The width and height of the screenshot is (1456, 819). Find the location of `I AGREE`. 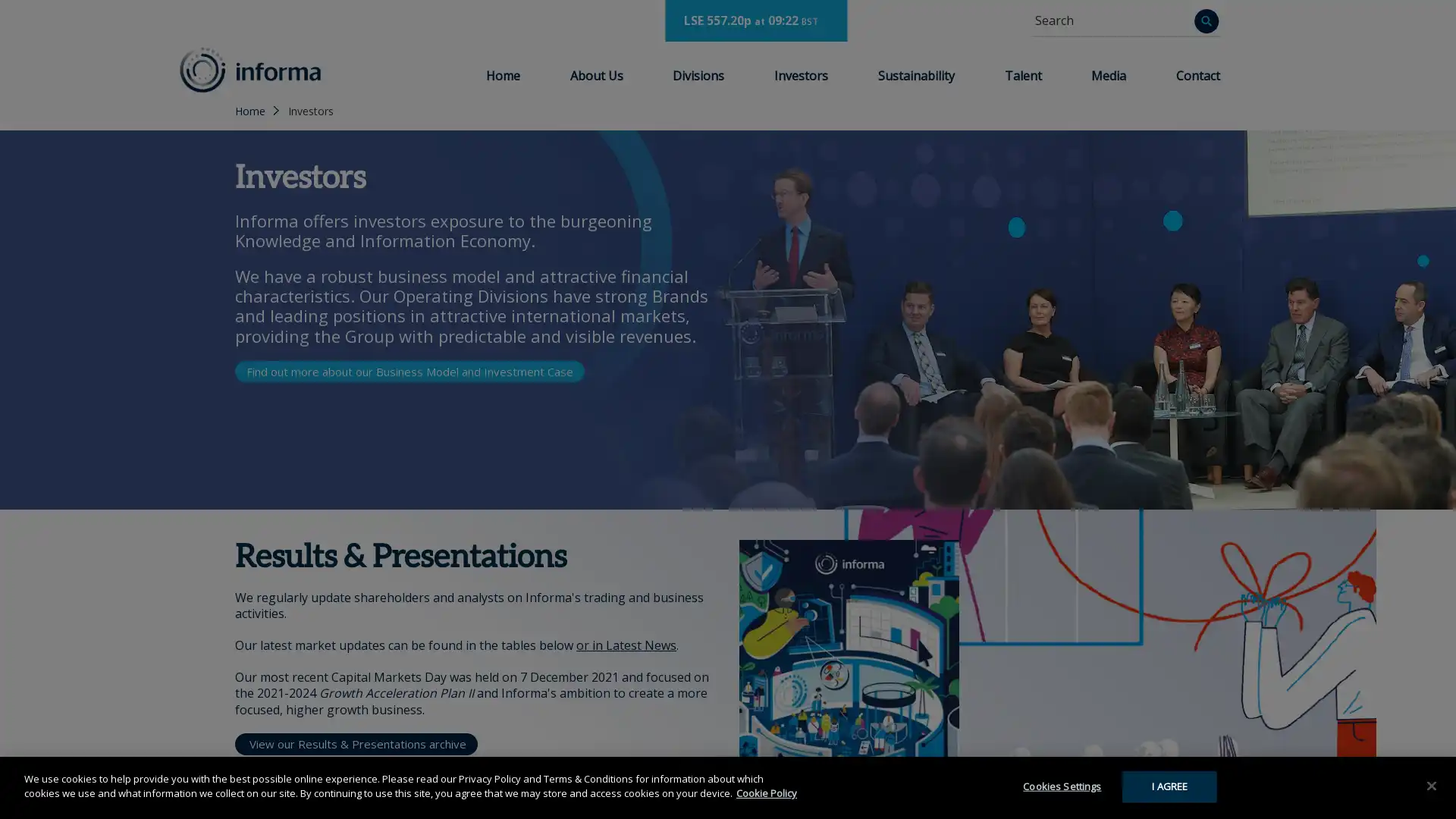

I AGREE is located at coordinates (1169, 786).